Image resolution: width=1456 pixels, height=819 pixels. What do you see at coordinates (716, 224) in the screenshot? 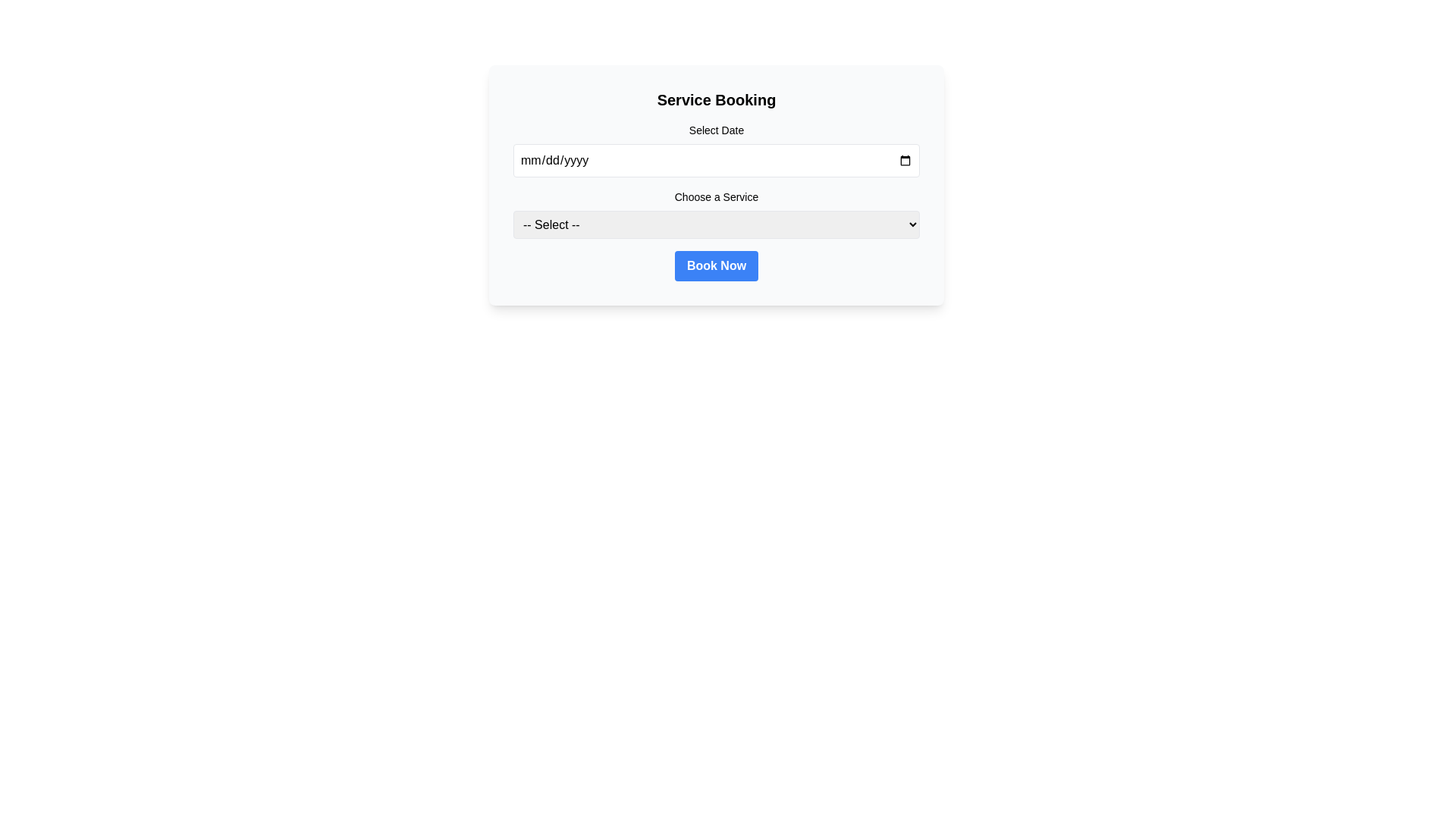
I see `an option from the dropdown menu that is styled with a border and rounded corners, located directly below the label 'Choose a Service'` at bounding box center [716, 224].